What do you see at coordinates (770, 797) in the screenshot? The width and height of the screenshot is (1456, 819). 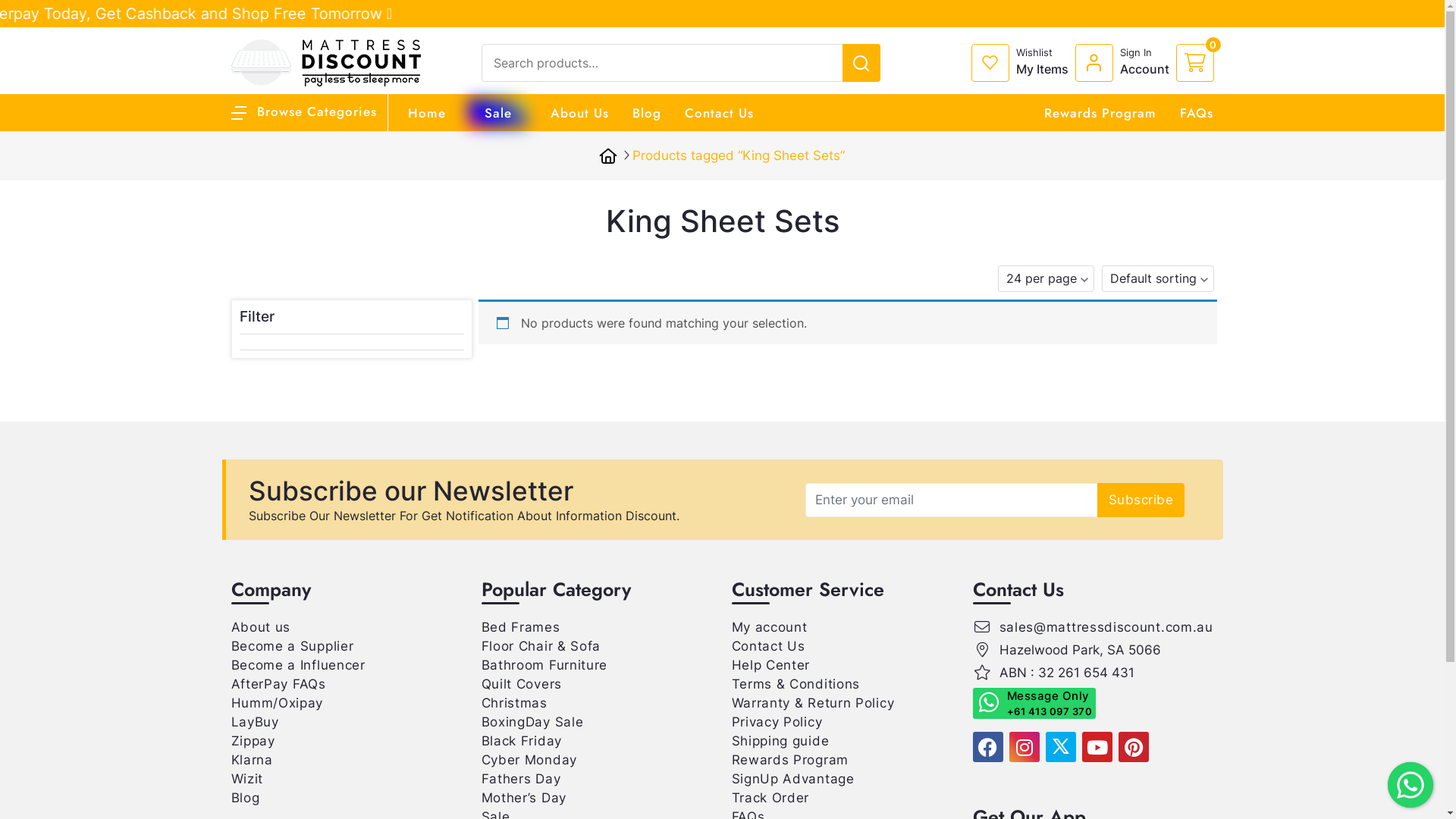 I see `'Track Order'` at bounding box center [770, 797].